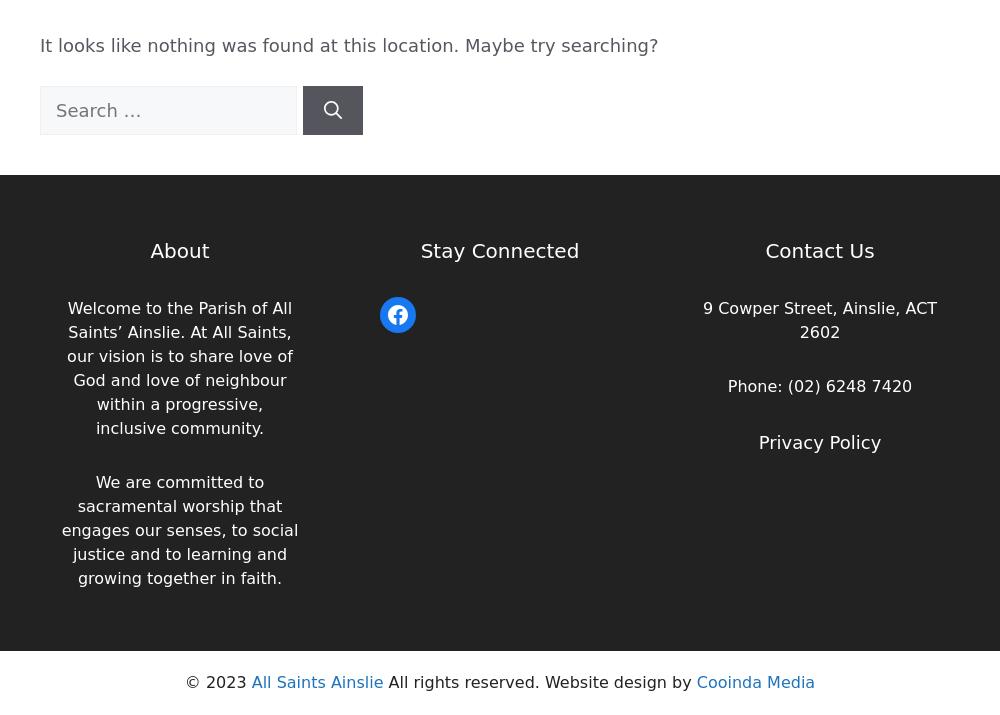  What do you see at coordinates (818, 386) in the screenshot?
I see `'Phone: (02) 6248 7420'` at bounding box center [818, 386].